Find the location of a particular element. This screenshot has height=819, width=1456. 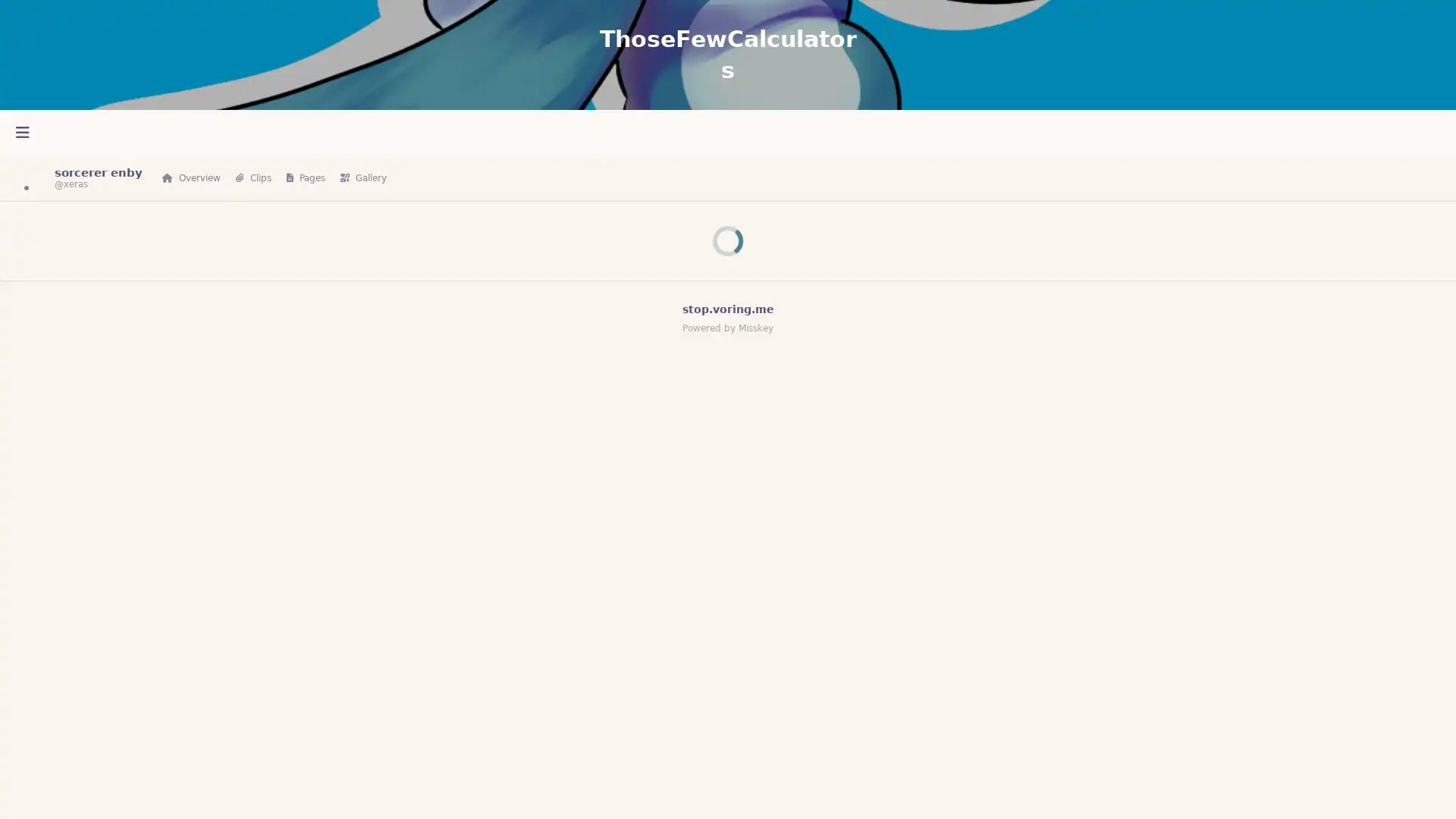

Pages is located at coordinates (305, 177).